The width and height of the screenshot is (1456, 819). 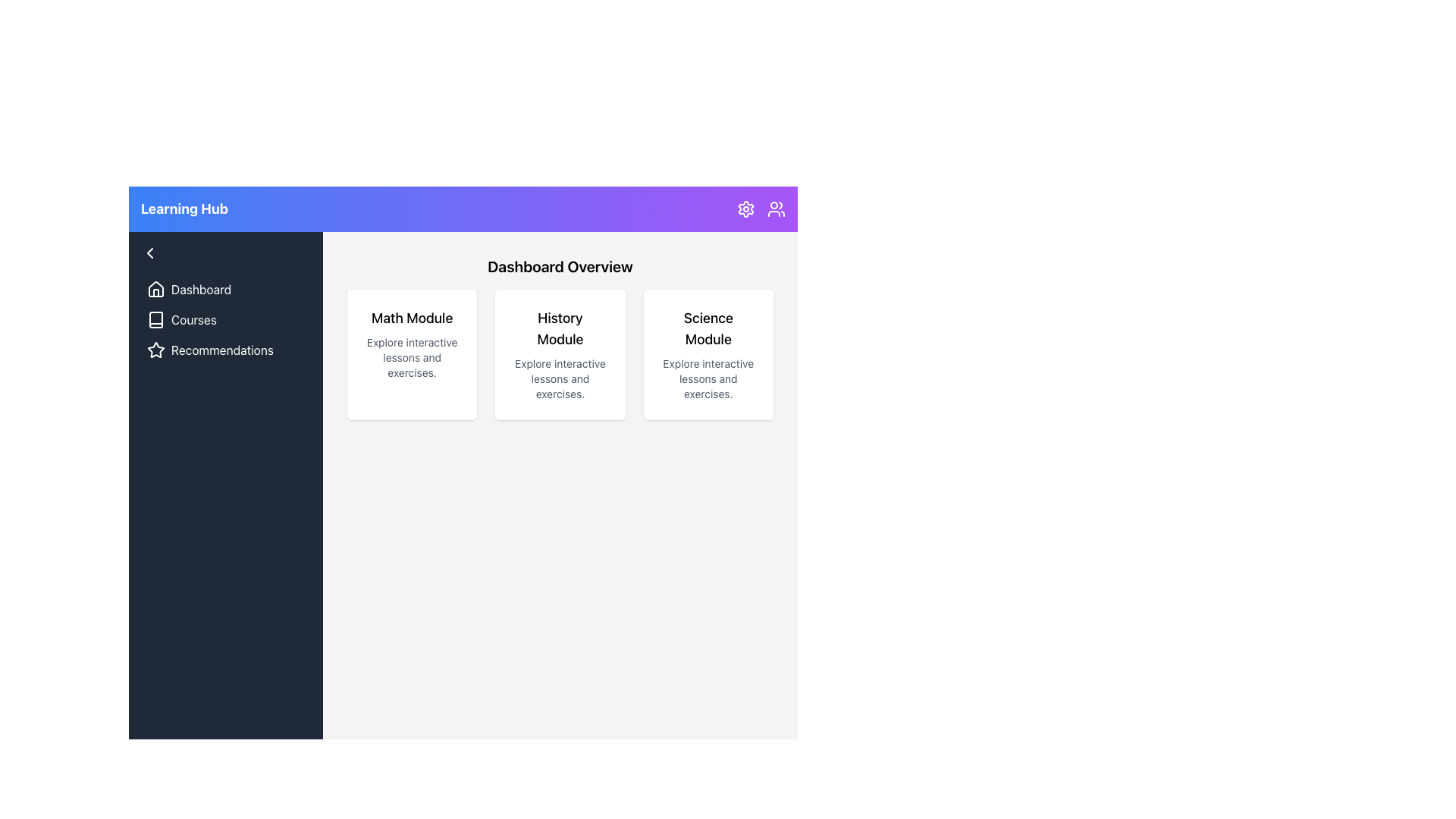 I want to click on the 'Dashboard' button in the sidebar, so click(x=224, y=289).